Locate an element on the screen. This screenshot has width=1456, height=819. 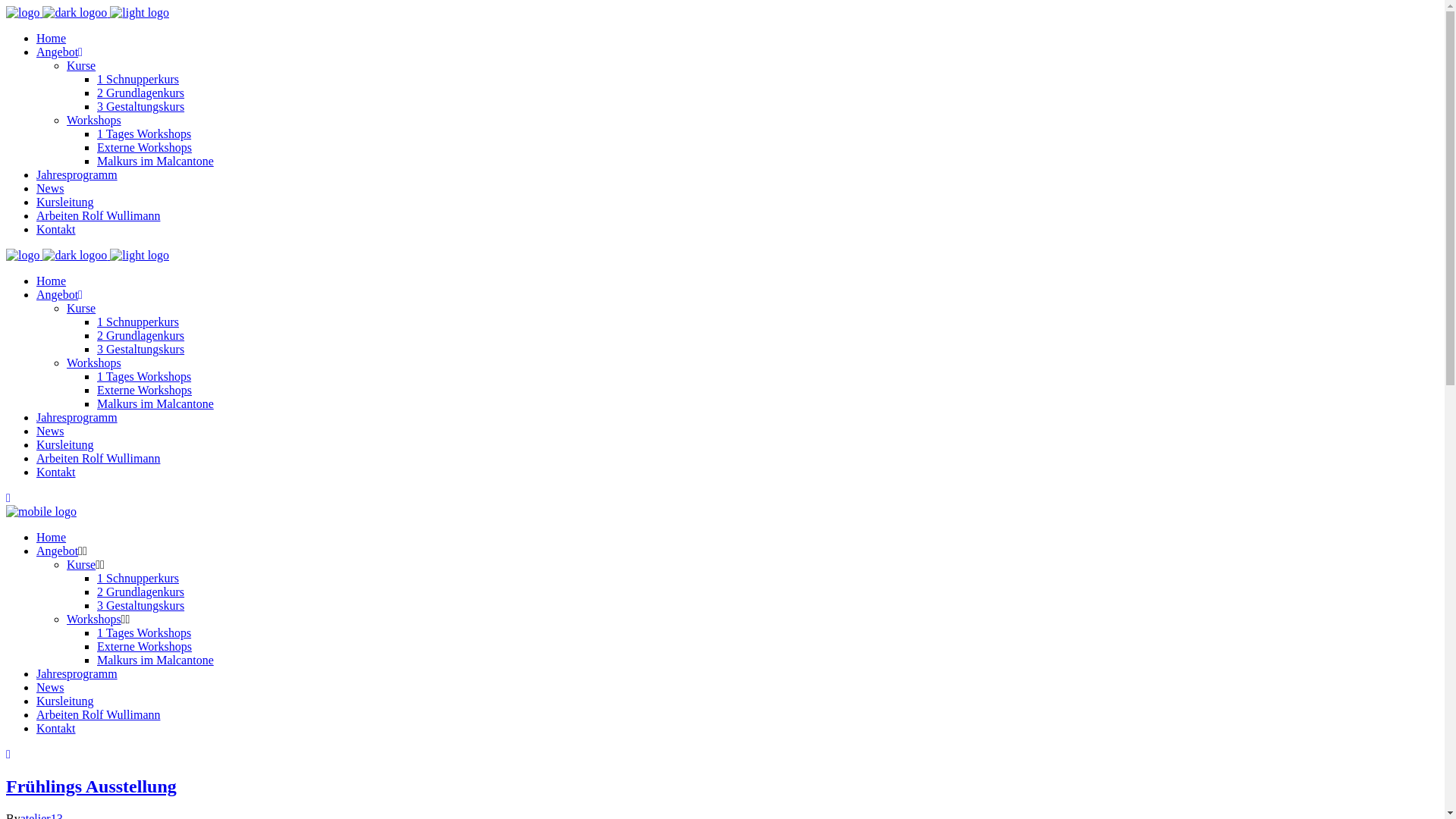
'Kursleitung' is located at coordinates (64, 701).